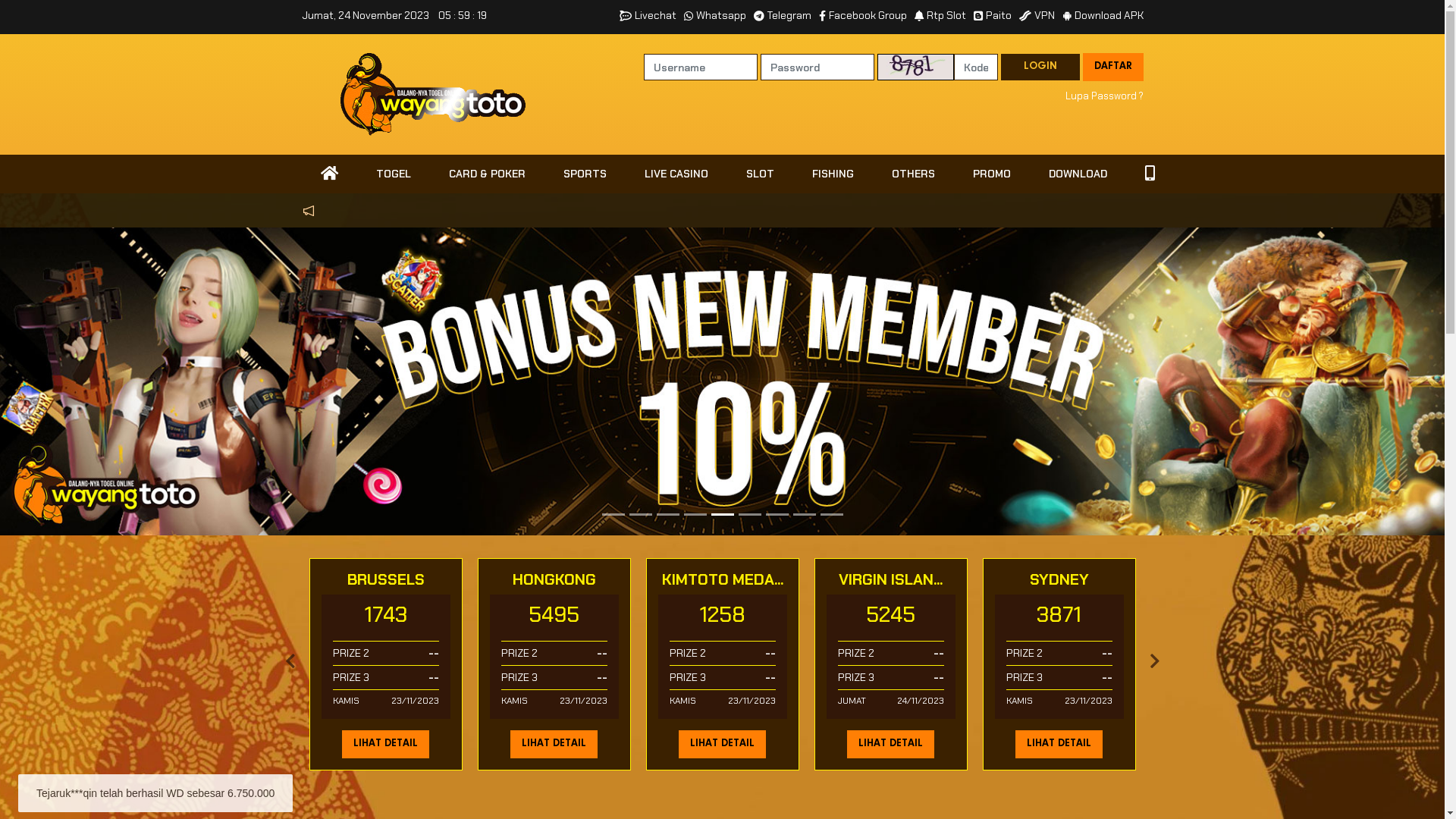 The height and width of the screenshot is (819, 1456). I want to click on 'Download APK', so click(1102, 15).